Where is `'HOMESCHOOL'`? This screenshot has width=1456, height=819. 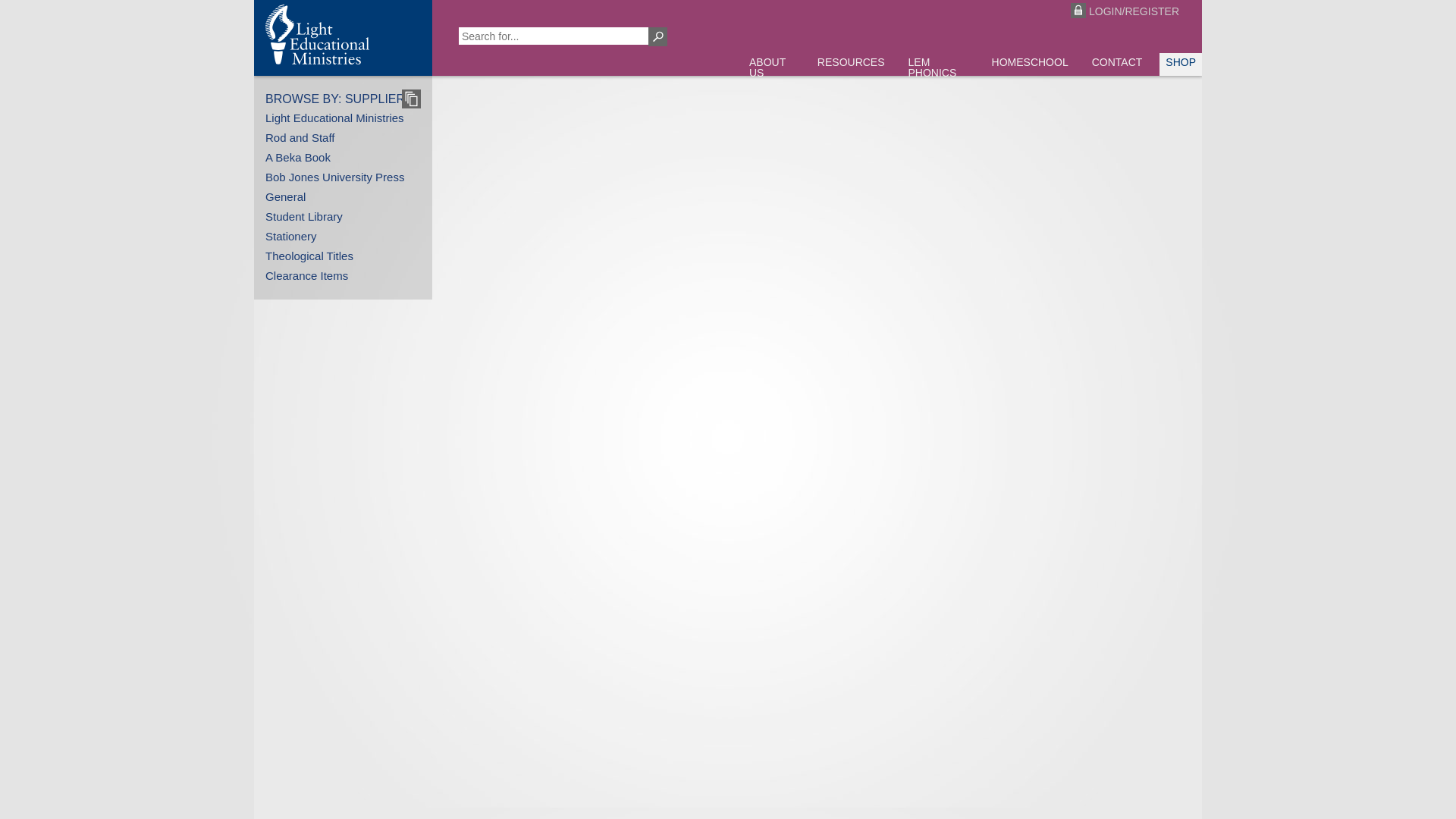
'HOMESCHOOL' is located at coordinates (1030, 63).